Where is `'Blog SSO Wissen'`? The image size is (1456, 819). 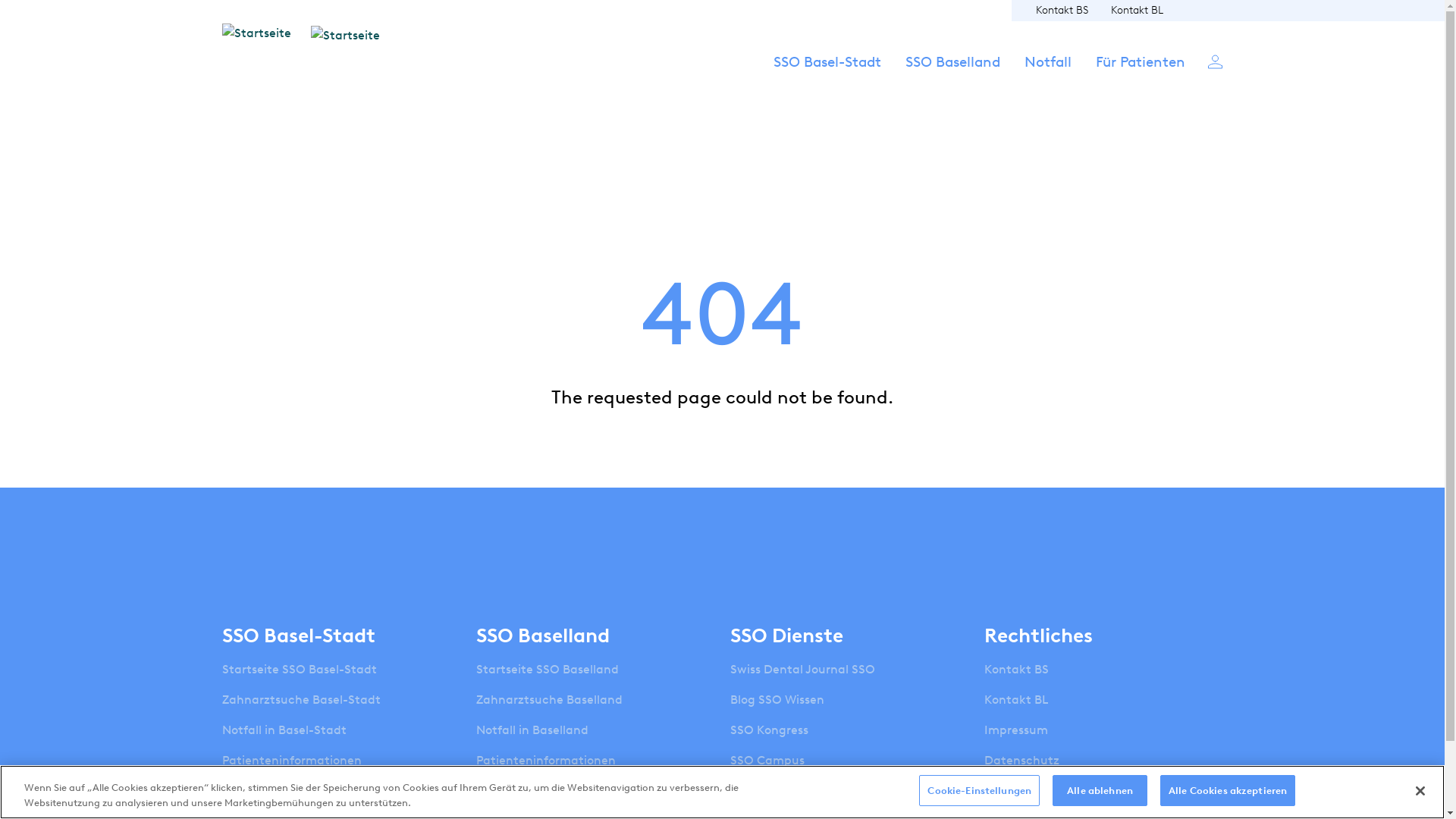 'Blog SSO Wissen' is located at coordinates (777, 699).